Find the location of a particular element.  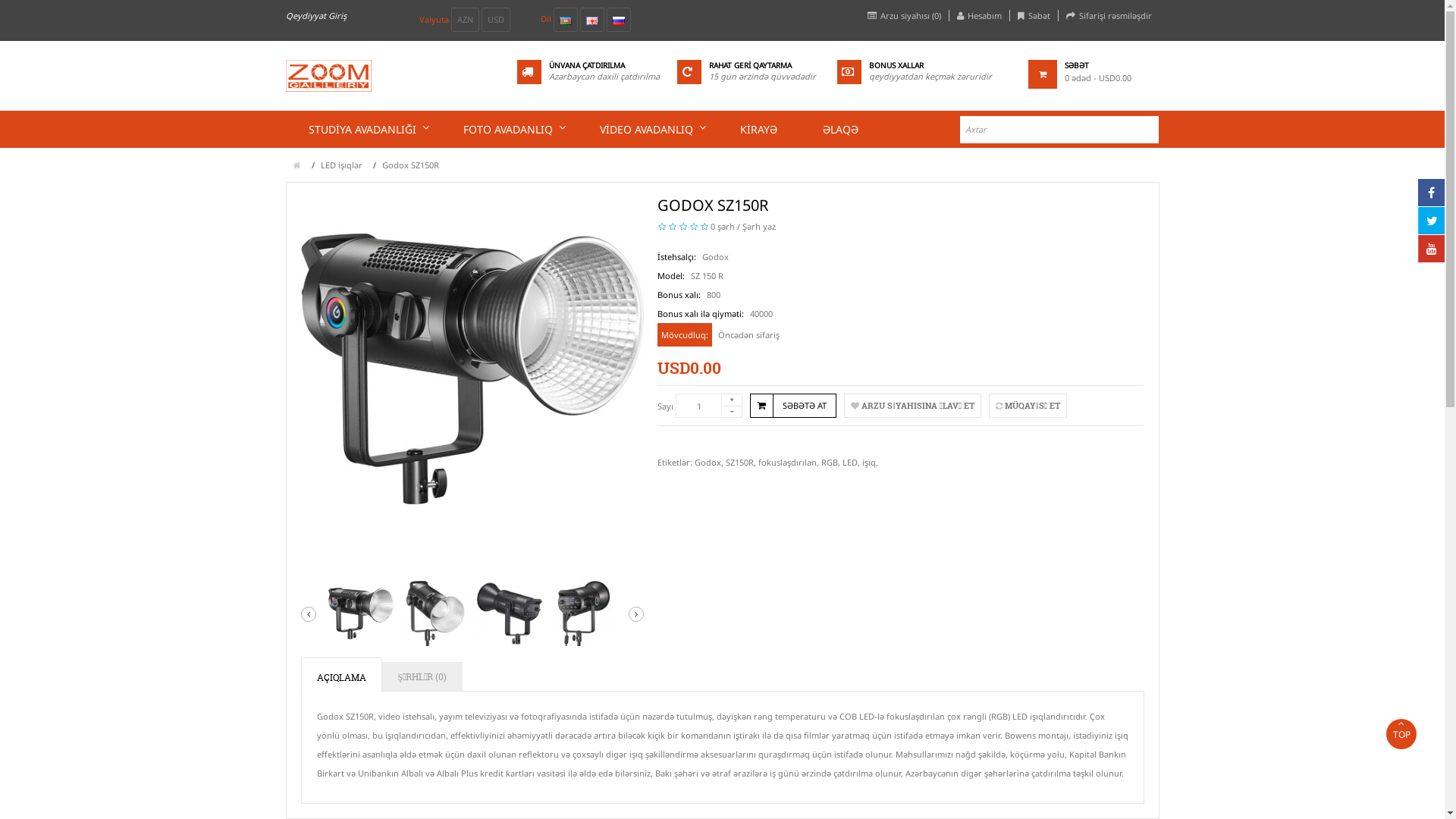

'Godox' is located at coordinates (707, 461).